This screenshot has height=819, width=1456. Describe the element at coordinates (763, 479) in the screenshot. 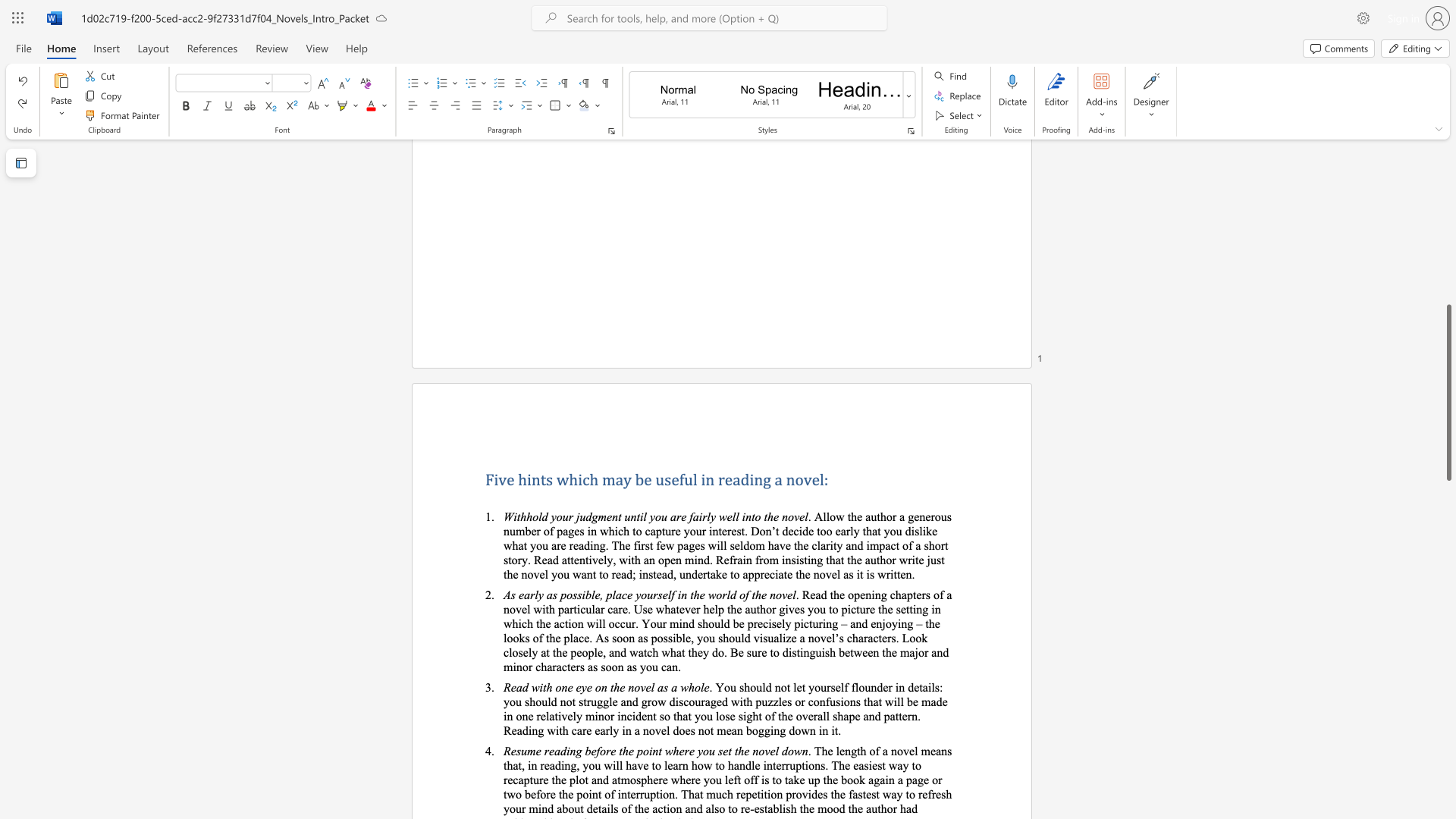

I see `the subset text "g a novel:" within the text "Five hints which may be useful in reading a novel:"` at that location.